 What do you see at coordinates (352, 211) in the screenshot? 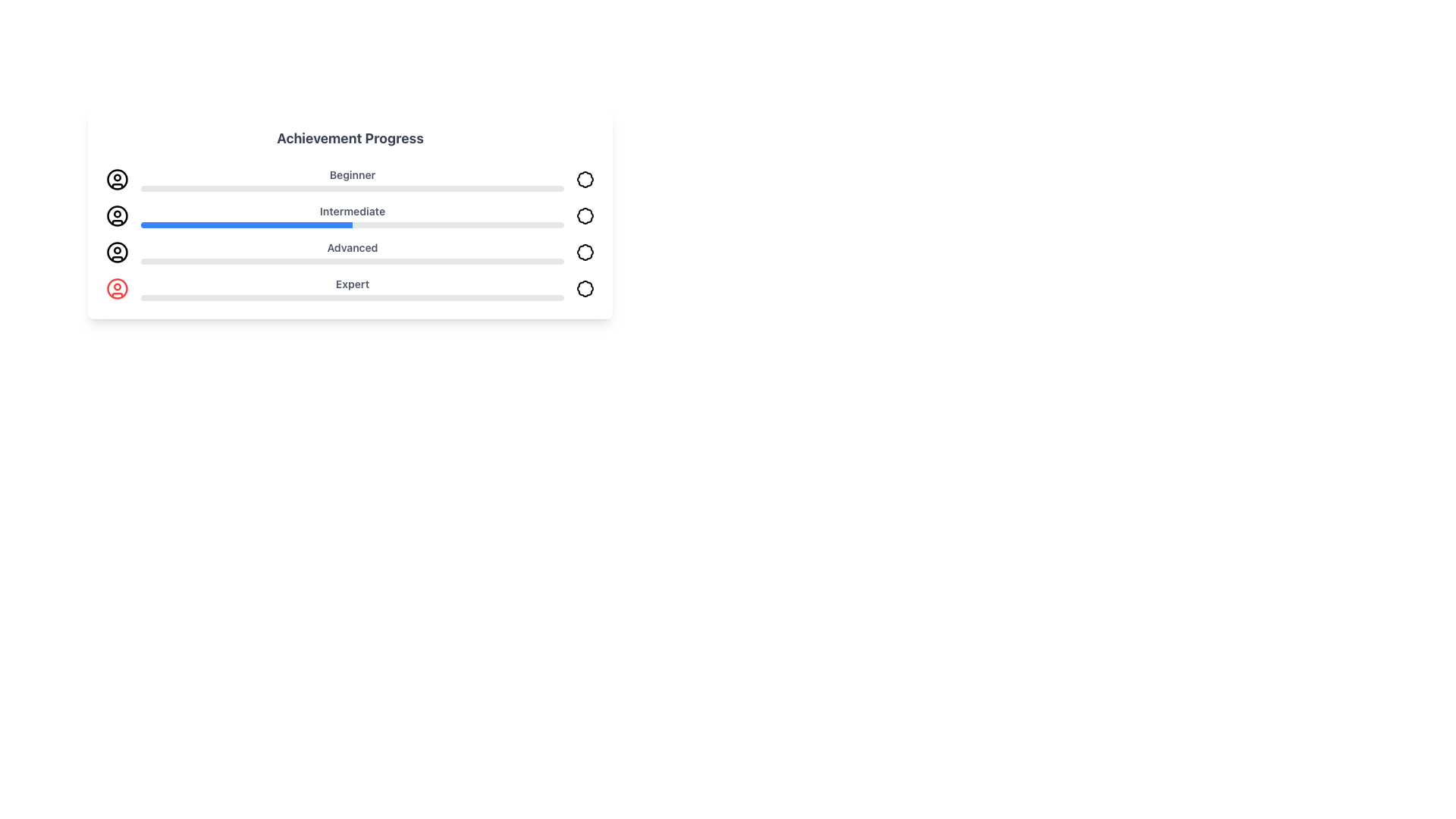
I see `the second text label indicating an achievement level, positioned between 'Beginner' and 'Advanced', with an icon on the left and a circular marker on the right` at bounding box center [352, 211].